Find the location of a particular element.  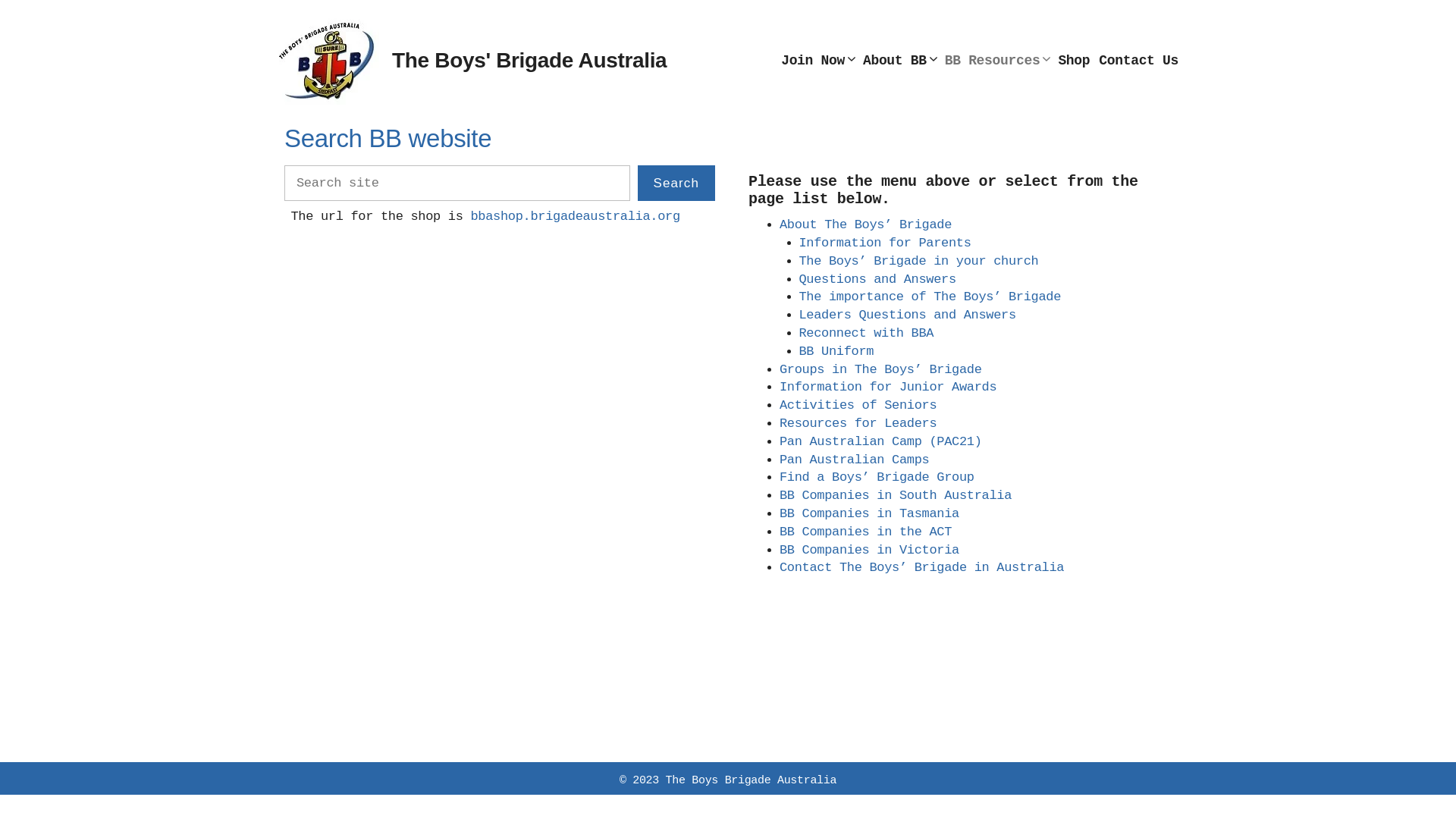

'bbashop.brigadeaustralia.org' is located at coordinates (574, 216).